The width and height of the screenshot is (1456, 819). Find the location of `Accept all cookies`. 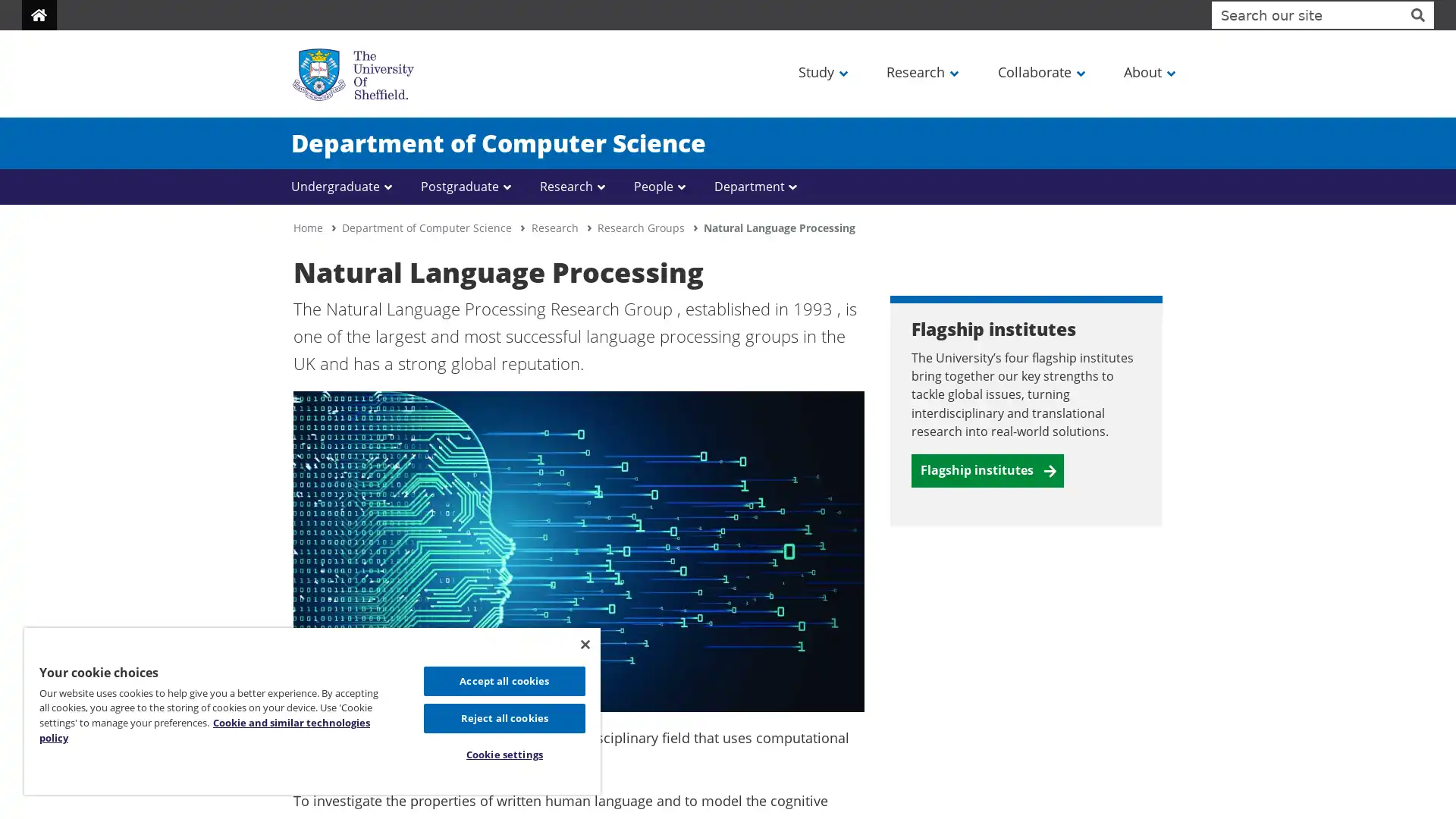

Accept all cookies is located at coordinates (504, 679).